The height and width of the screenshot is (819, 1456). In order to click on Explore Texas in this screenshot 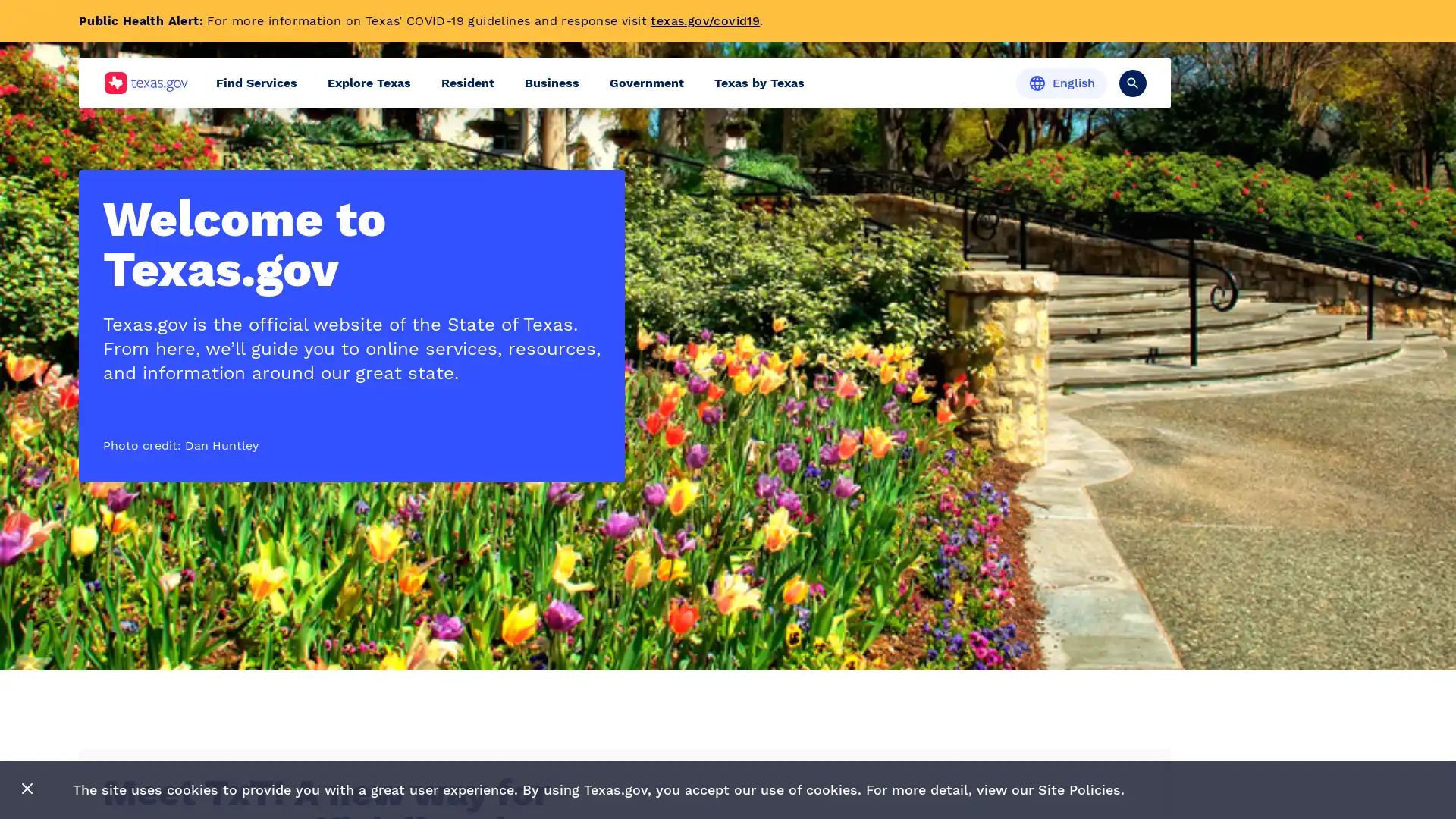, I will do `click(369, 83)`.